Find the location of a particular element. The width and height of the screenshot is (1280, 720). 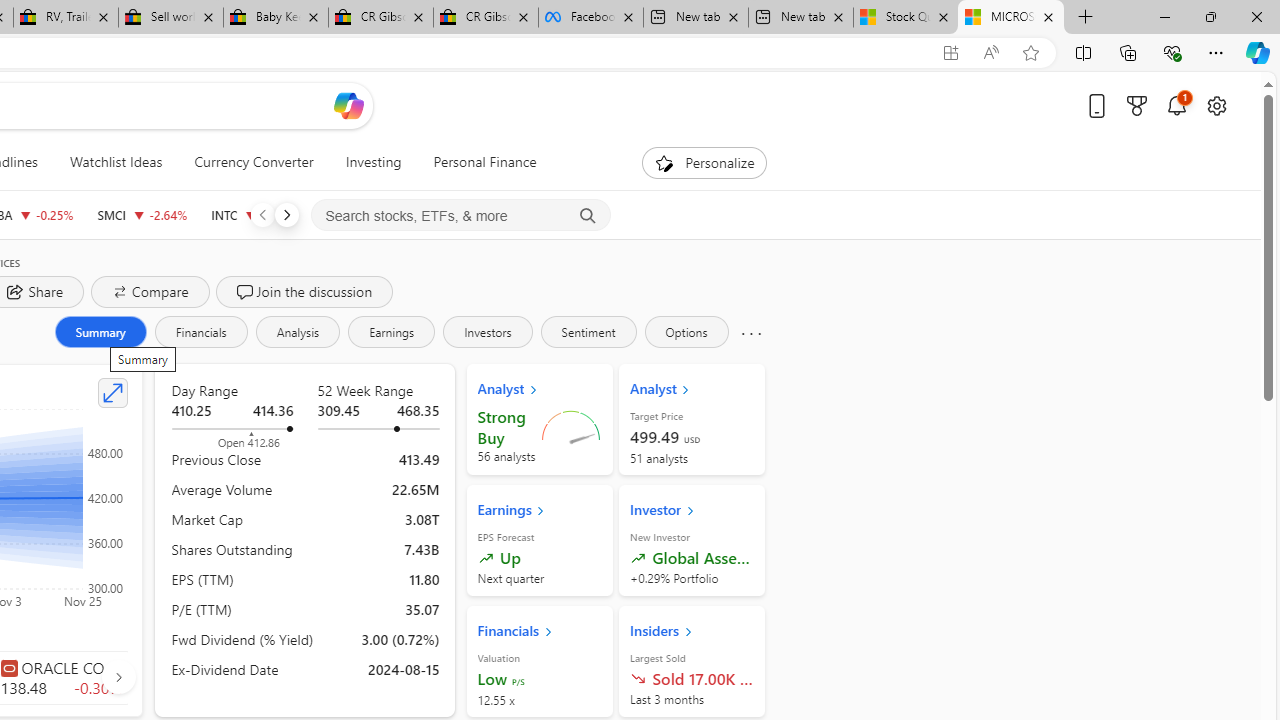

'Currency Converter' is located at coordinates (253, 162).